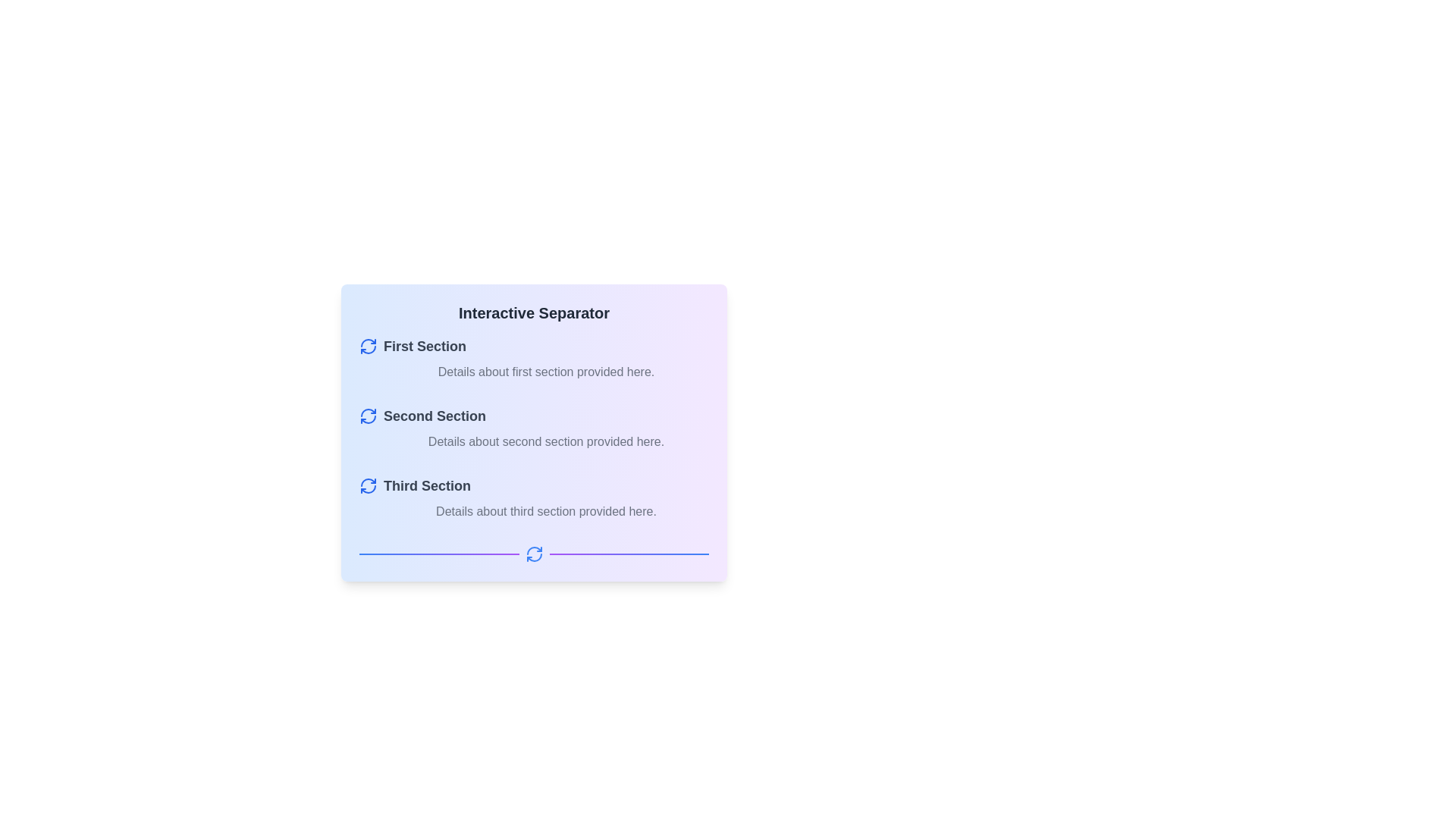 This screenshot has width=1456, height=819. I want to click on description displayed in the Informational panel for the 'Third Section,' which is located below the 'Second Section' in the vertical list, so click(534, 497).